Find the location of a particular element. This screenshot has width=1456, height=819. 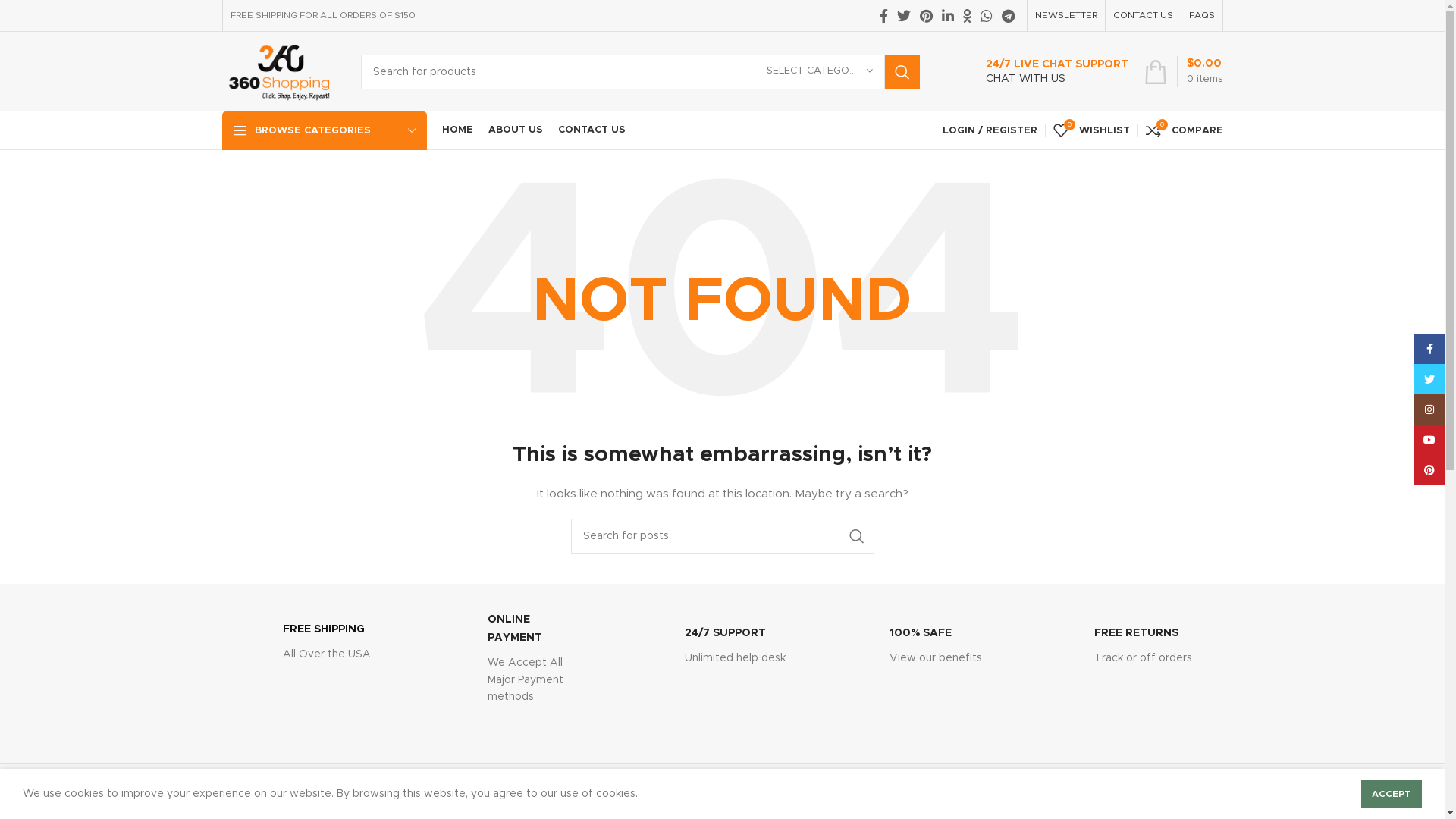

'0 is located at coordinates (1090, 130).